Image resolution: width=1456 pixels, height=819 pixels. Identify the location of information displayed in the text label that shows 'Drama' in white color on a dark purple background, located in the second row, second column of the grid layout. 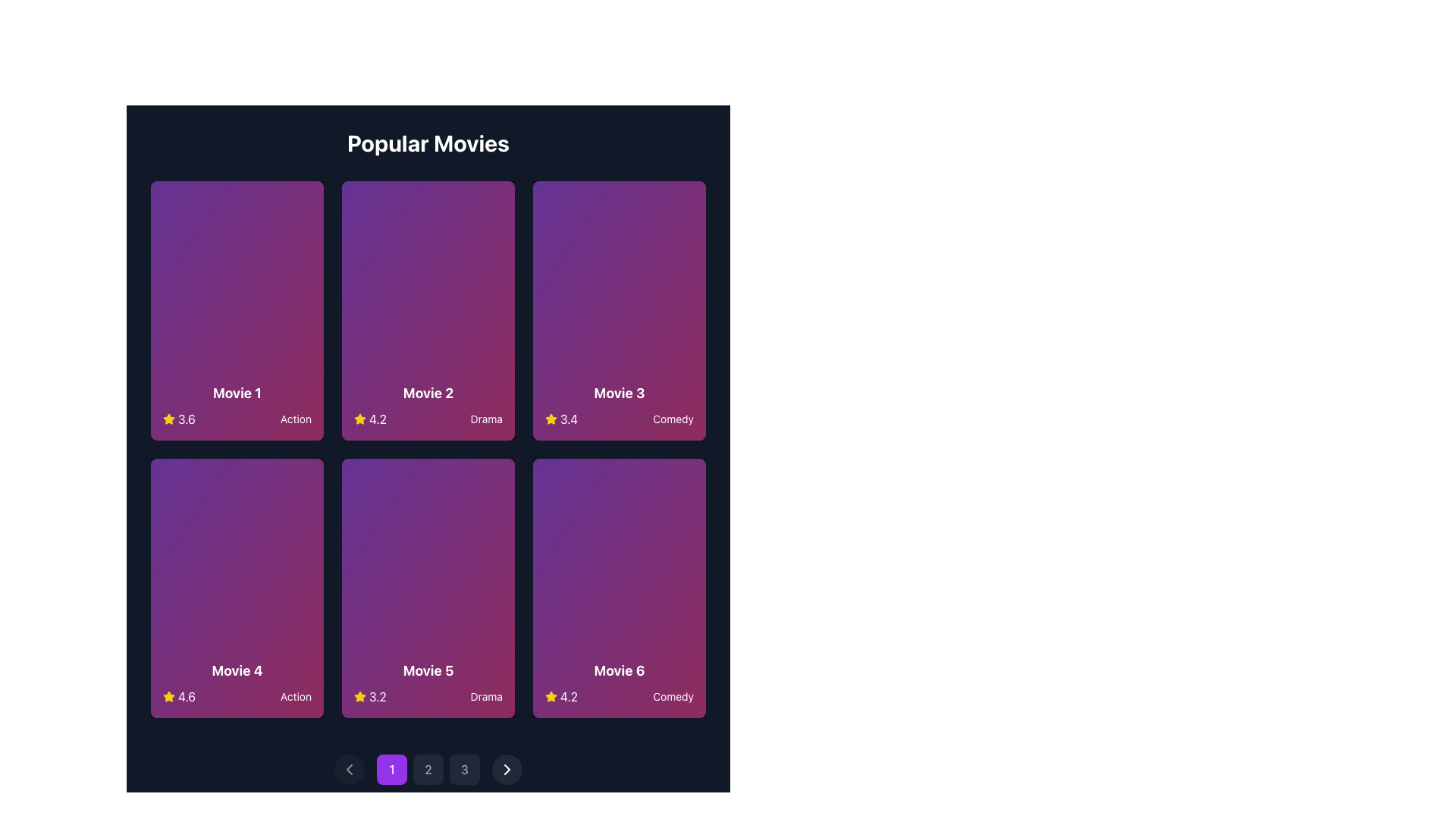
(486, 419).